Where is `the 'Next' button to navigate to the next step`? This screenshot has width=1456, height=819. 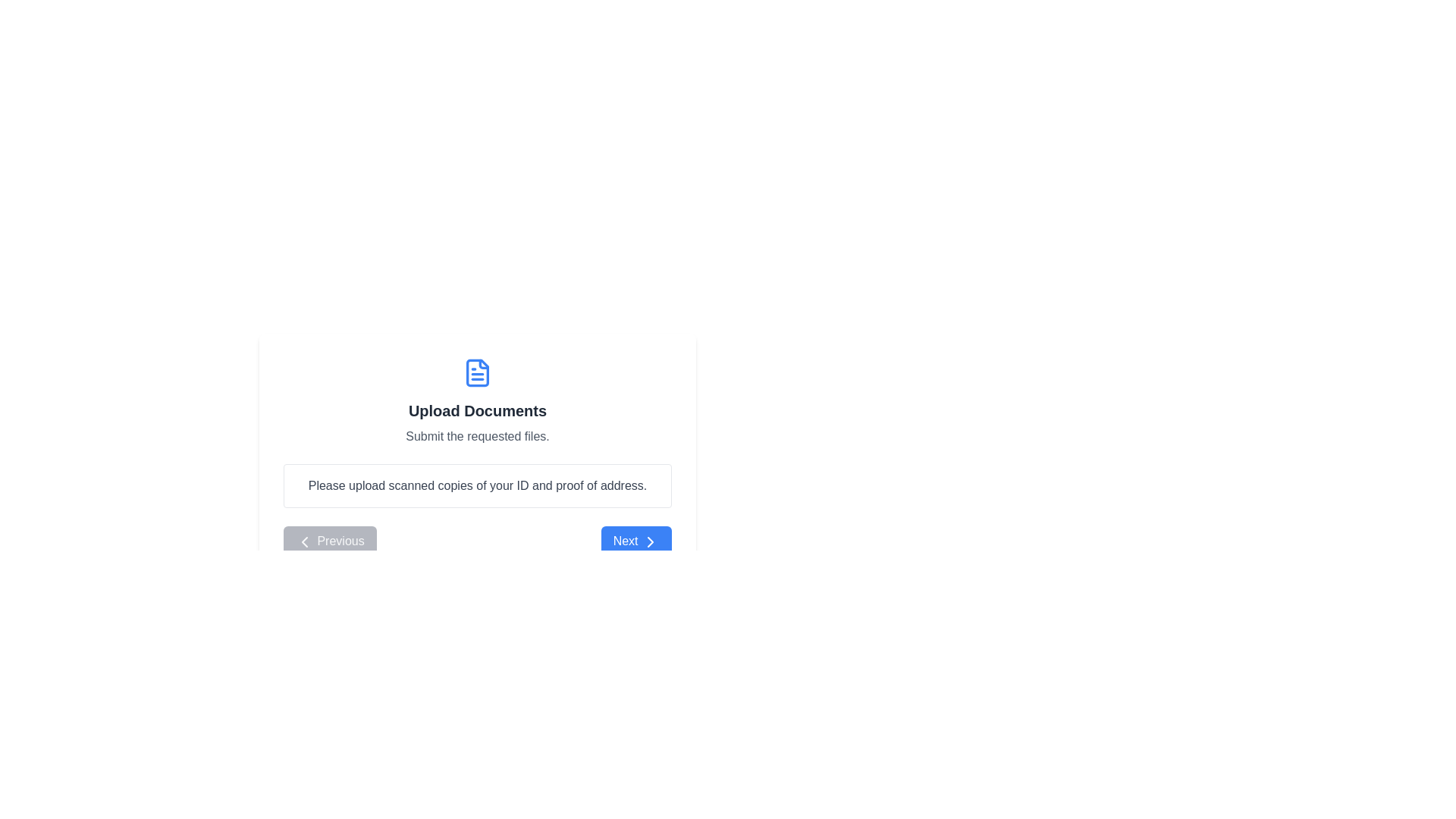
the 'Next' button to navigate to the next step is located at coordinates (636, 540).